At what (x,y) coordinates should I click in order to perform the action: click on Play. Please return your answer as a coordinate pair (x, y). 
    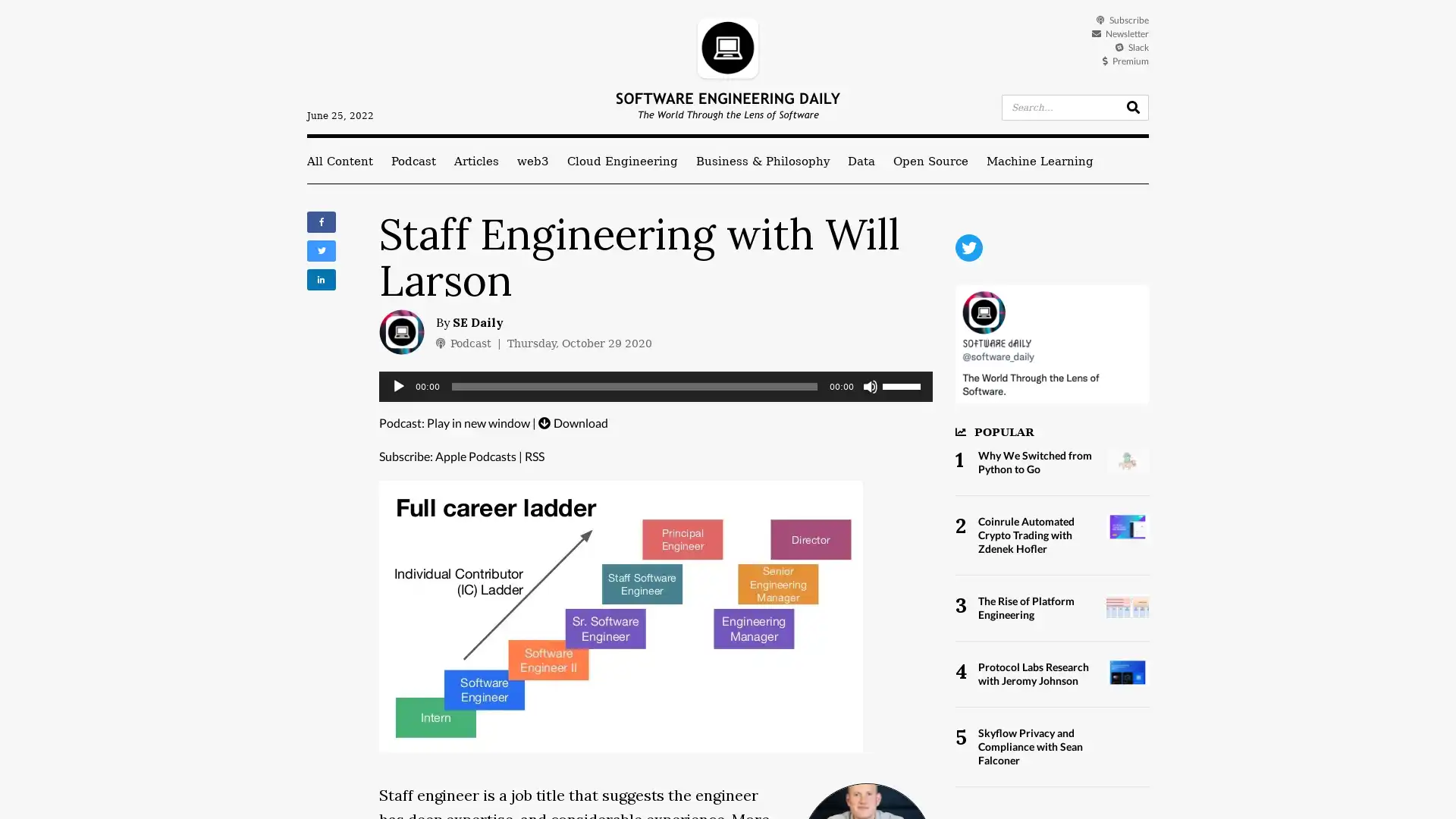
    Looking at the image, I should click on (397, 385).